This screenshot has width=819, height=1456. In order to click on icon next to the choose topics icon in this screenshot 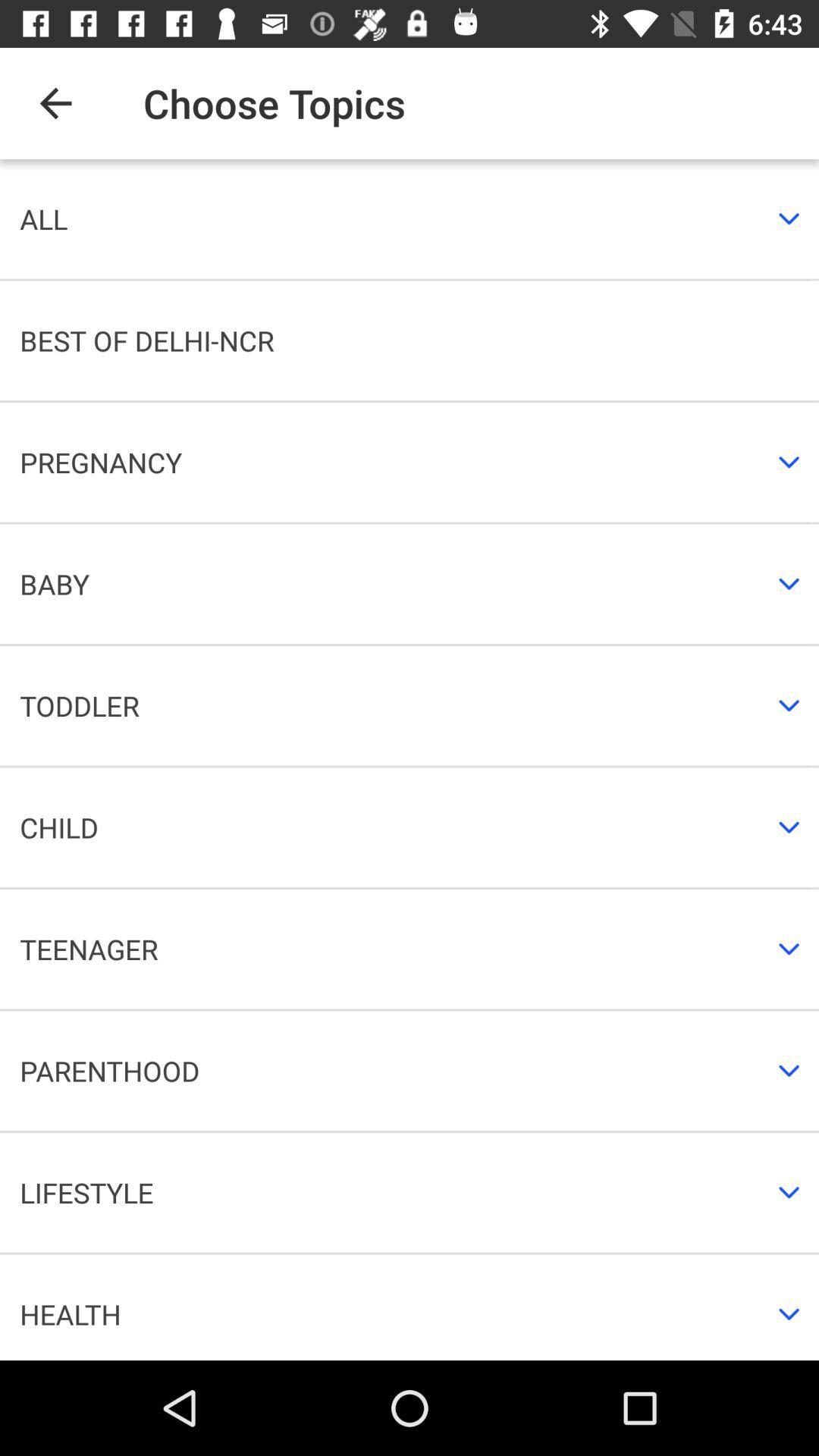, I will do `click(55, 102)`.